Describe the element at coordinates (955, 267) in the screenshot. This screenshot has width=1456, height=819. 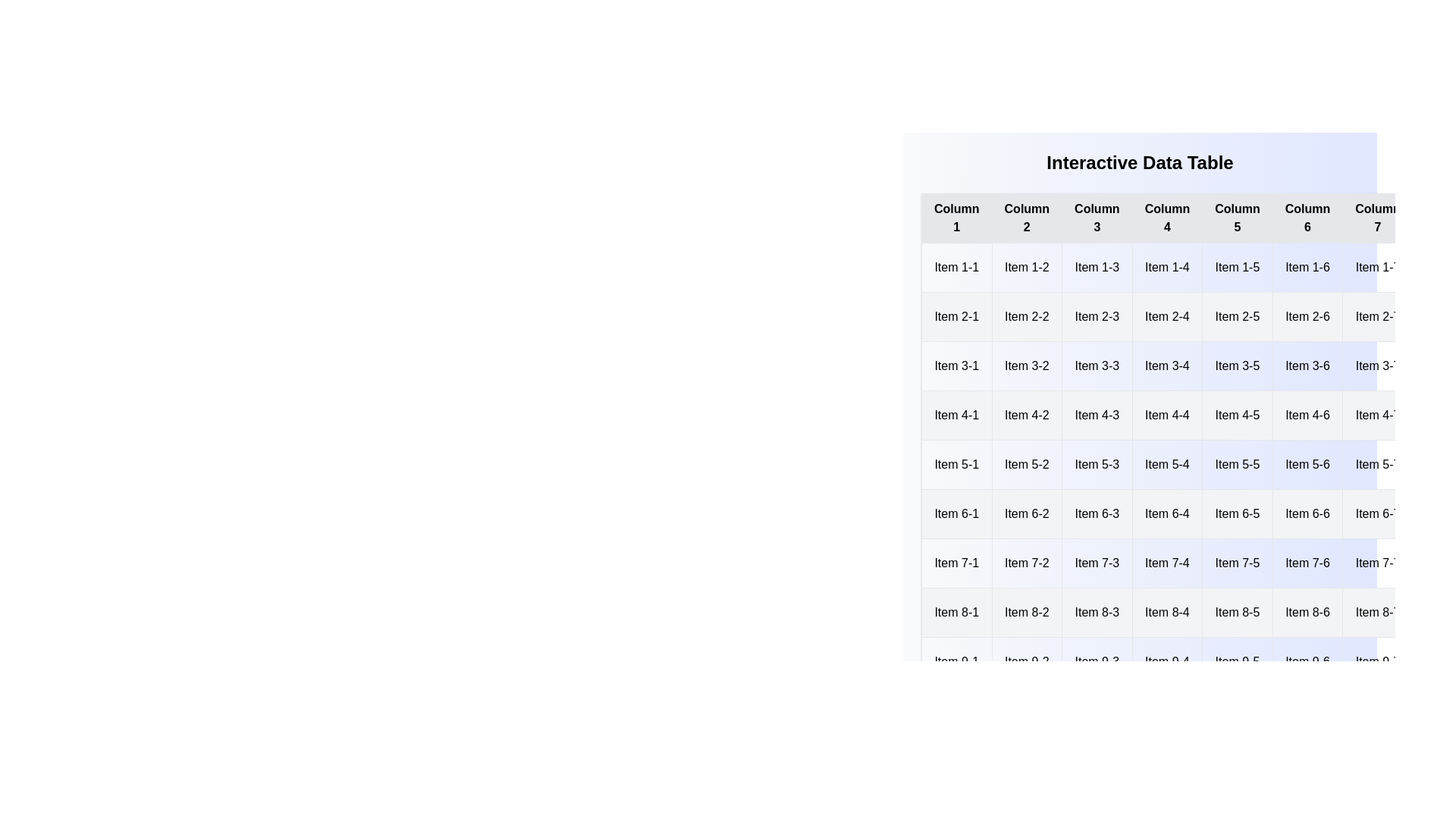
I see `the cell labeled 'Item 1-1' to open its context menu` at that location.